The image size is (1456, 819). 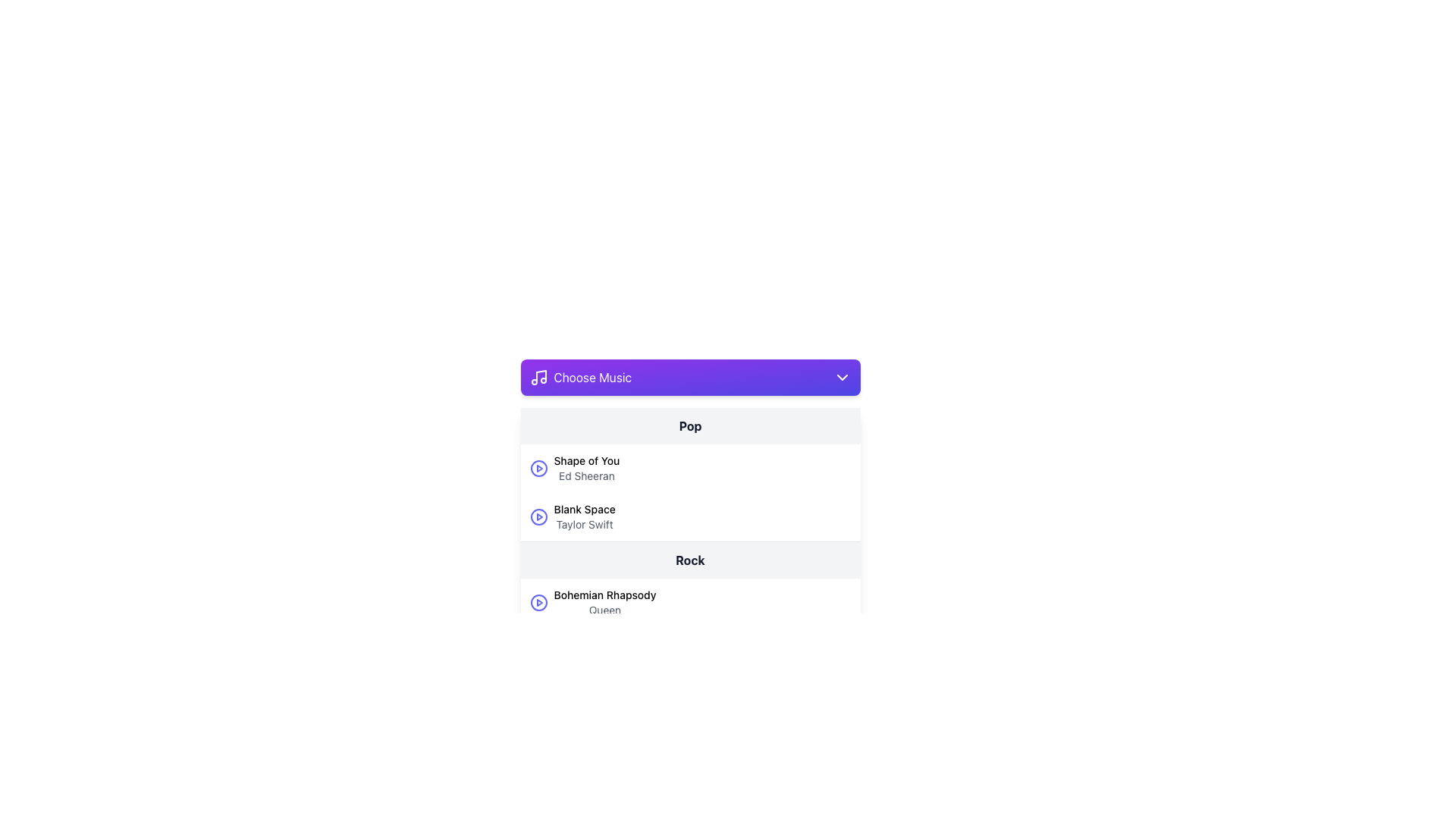 What do you see at coordinates (689, 601) in the screenshot?
I see `the first list item displaying 'Bohemian Rhapsody' by 'Queen'` at bounding box center [689, 601].